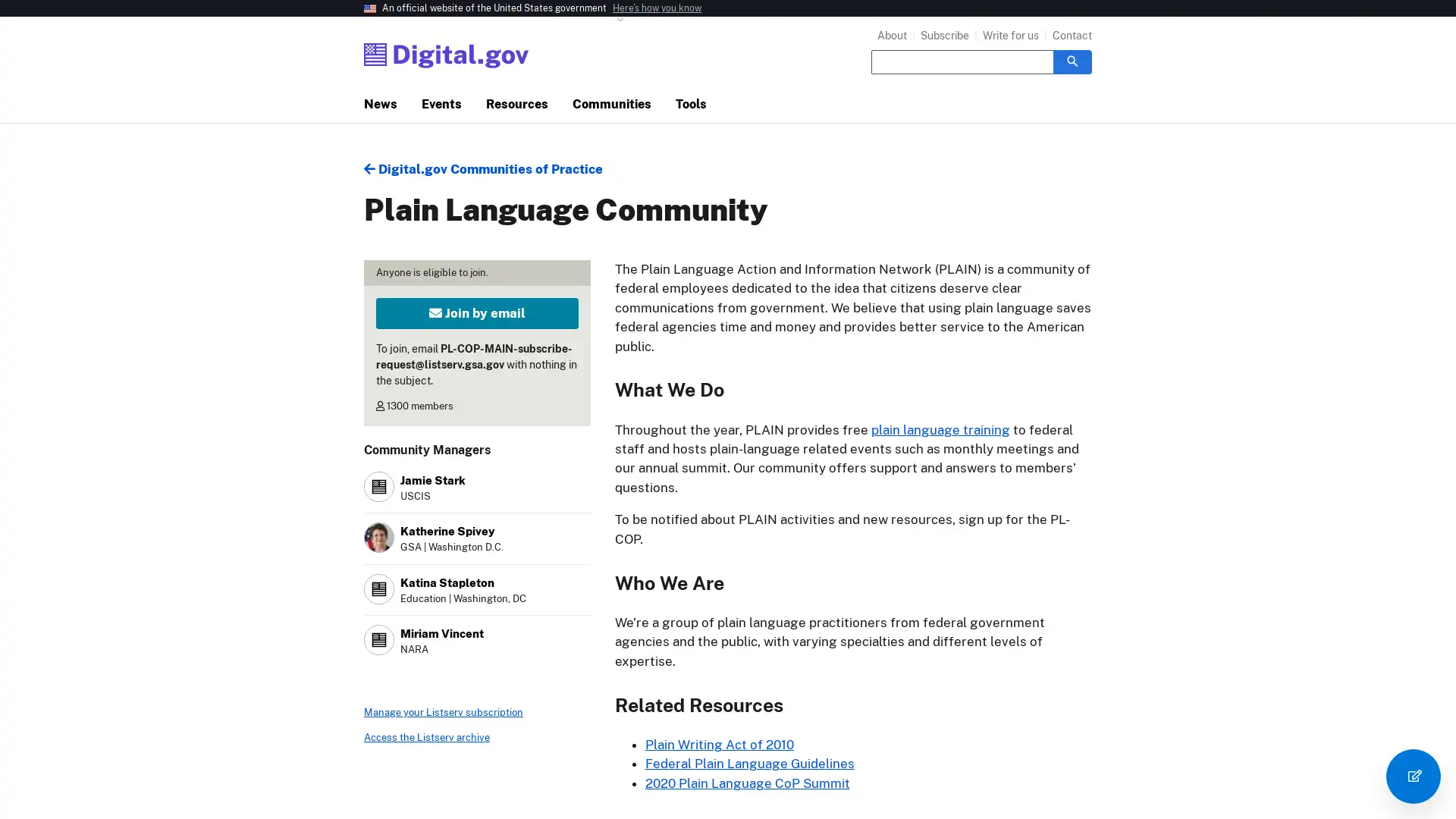 The image size is (1456, 819). Describe the element at coordinates (1072, 61) in the screenshot. I see `Search` at that location.